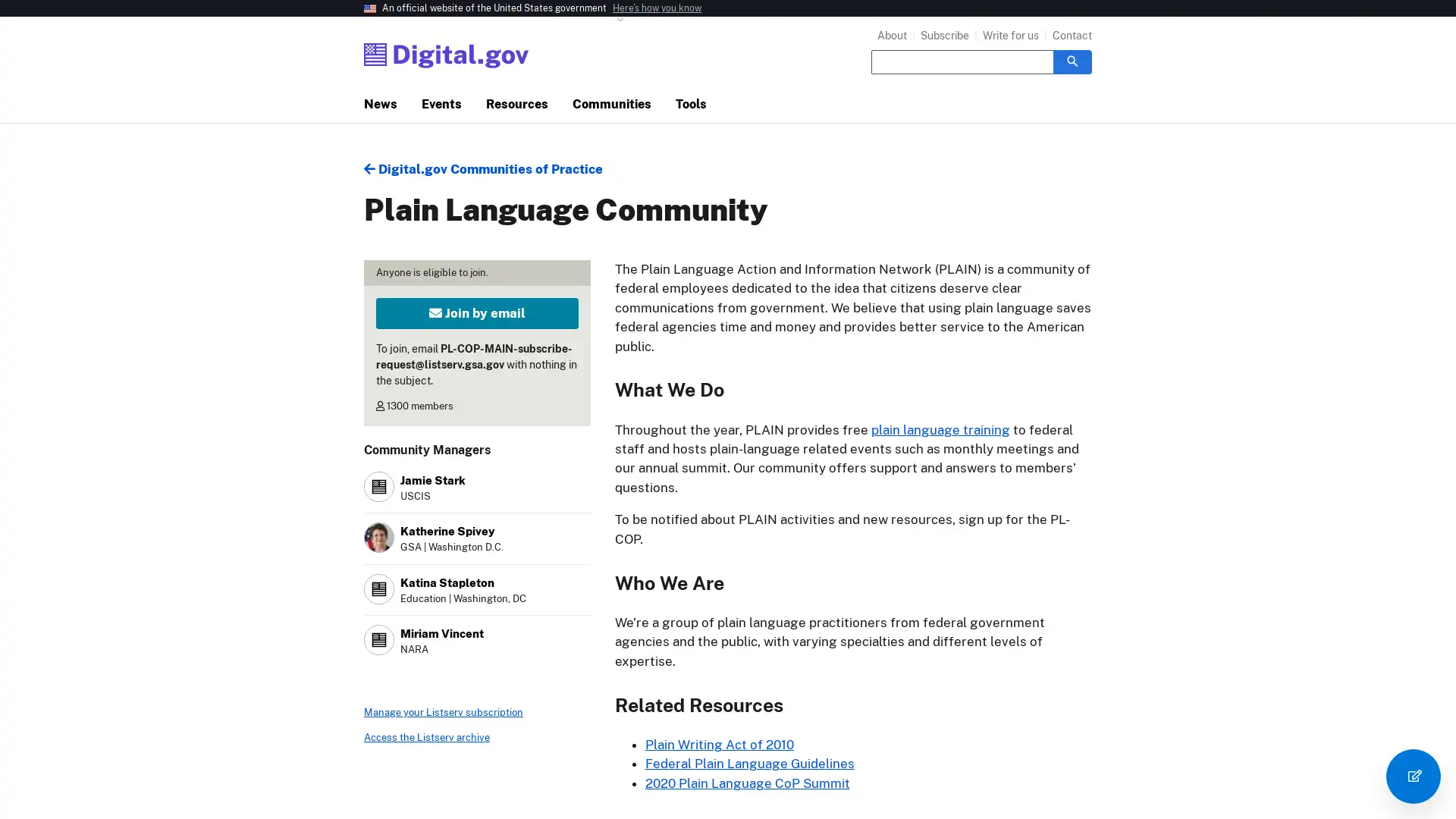 The image size is (1456, 819). Describe the element at coordinates (1072, 61) in the screenshot. I see `Search` at that location.